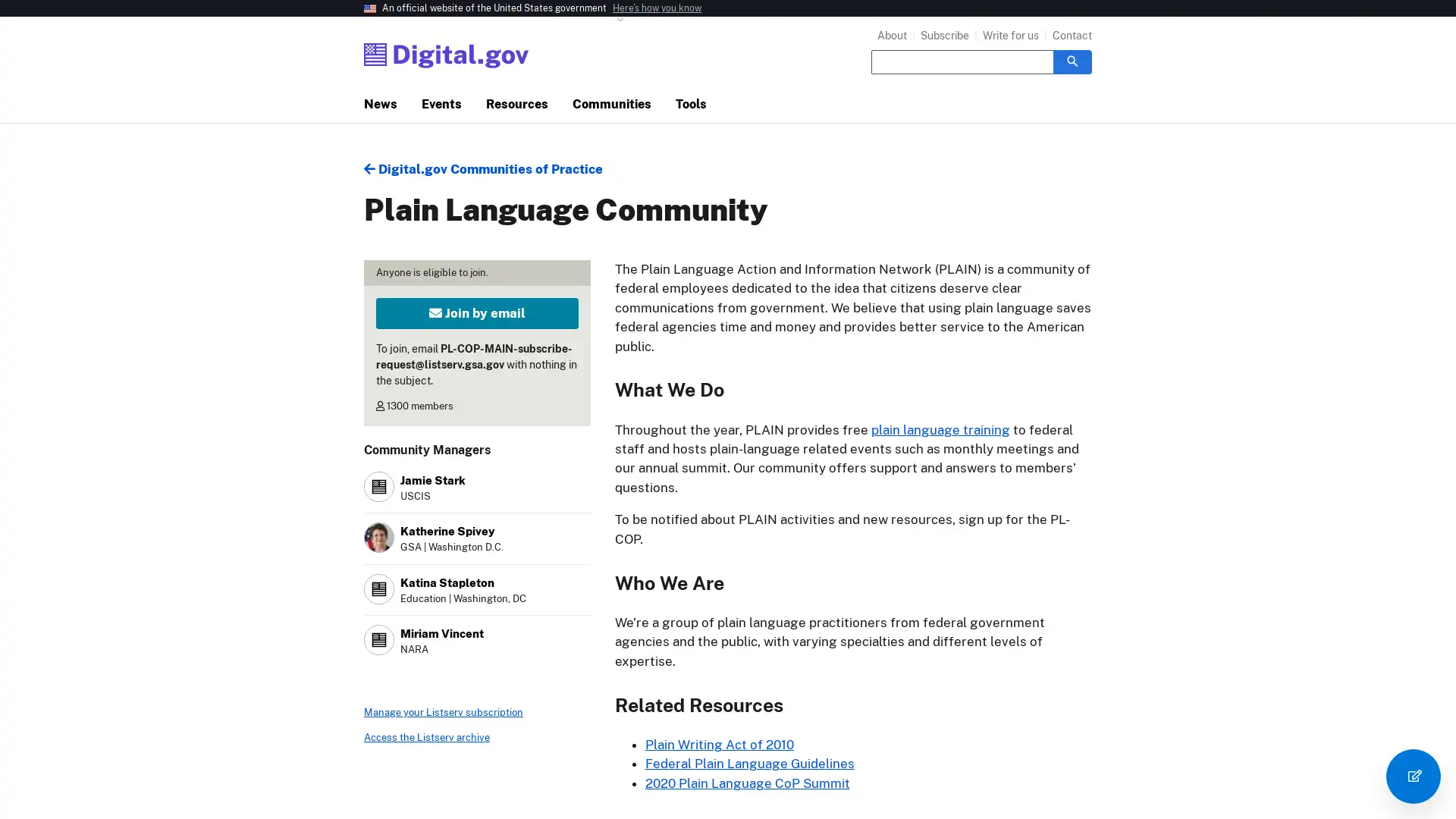 The image size is (1456, 819). Describe the element at coordinates (1072, 61) in the screenshot. I see `Search` at that location.